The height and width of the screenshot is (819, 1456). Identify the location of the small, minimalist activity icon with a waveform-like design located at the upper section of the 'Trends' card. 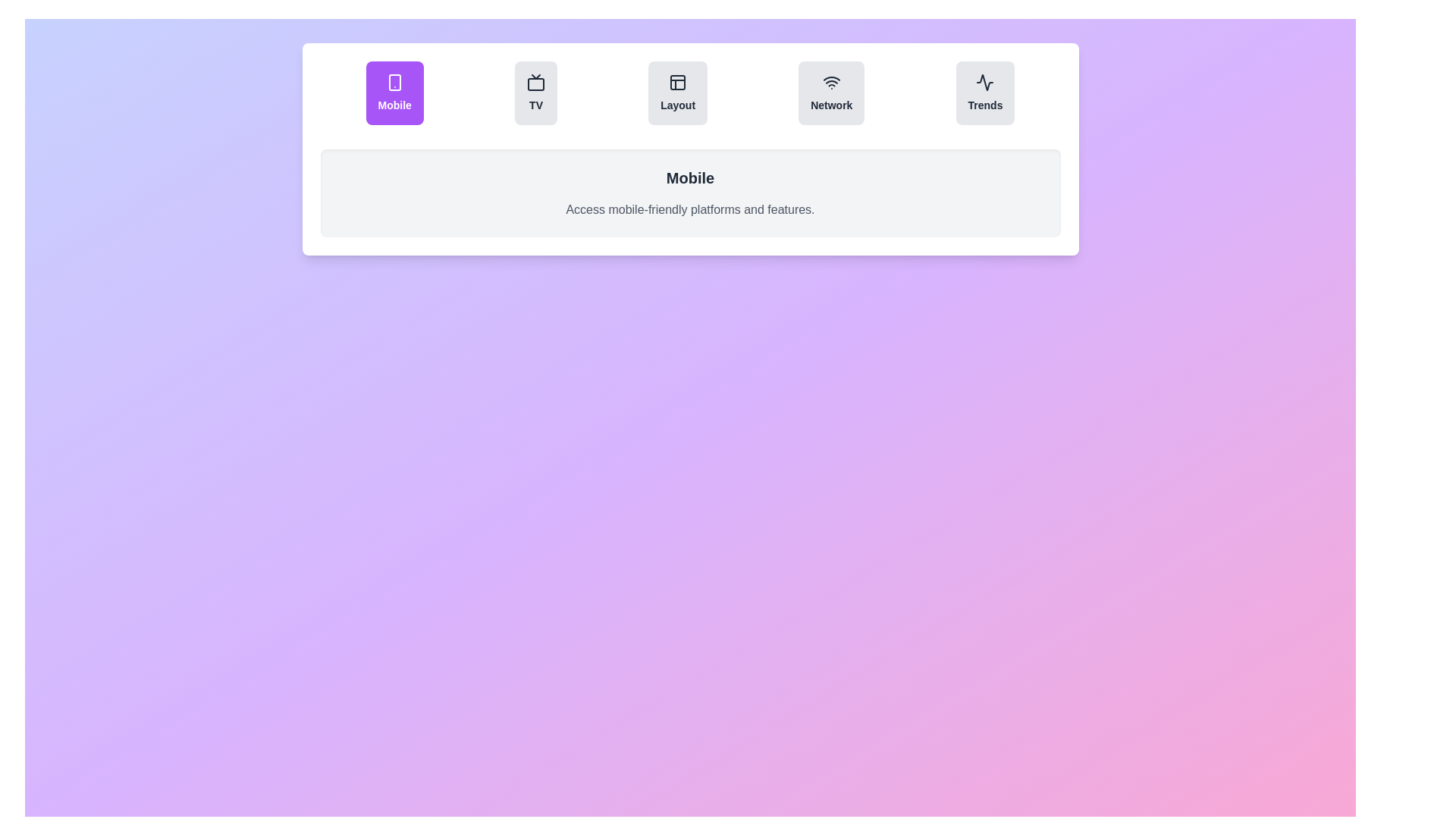
(985, 82).